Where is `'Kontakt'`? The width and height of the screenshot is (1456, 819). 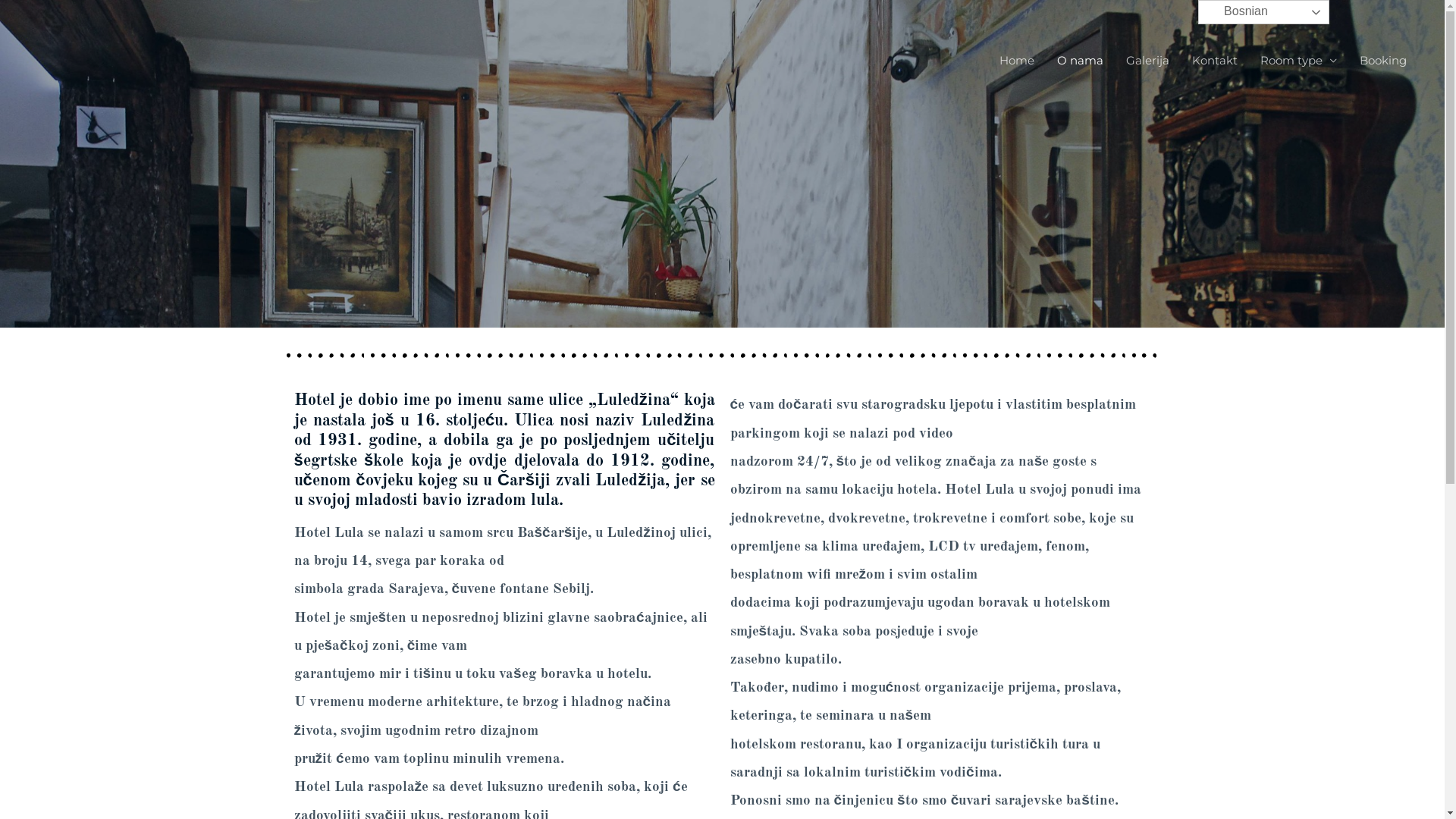
'Kontakt' is located at coordinates (1215, 60).